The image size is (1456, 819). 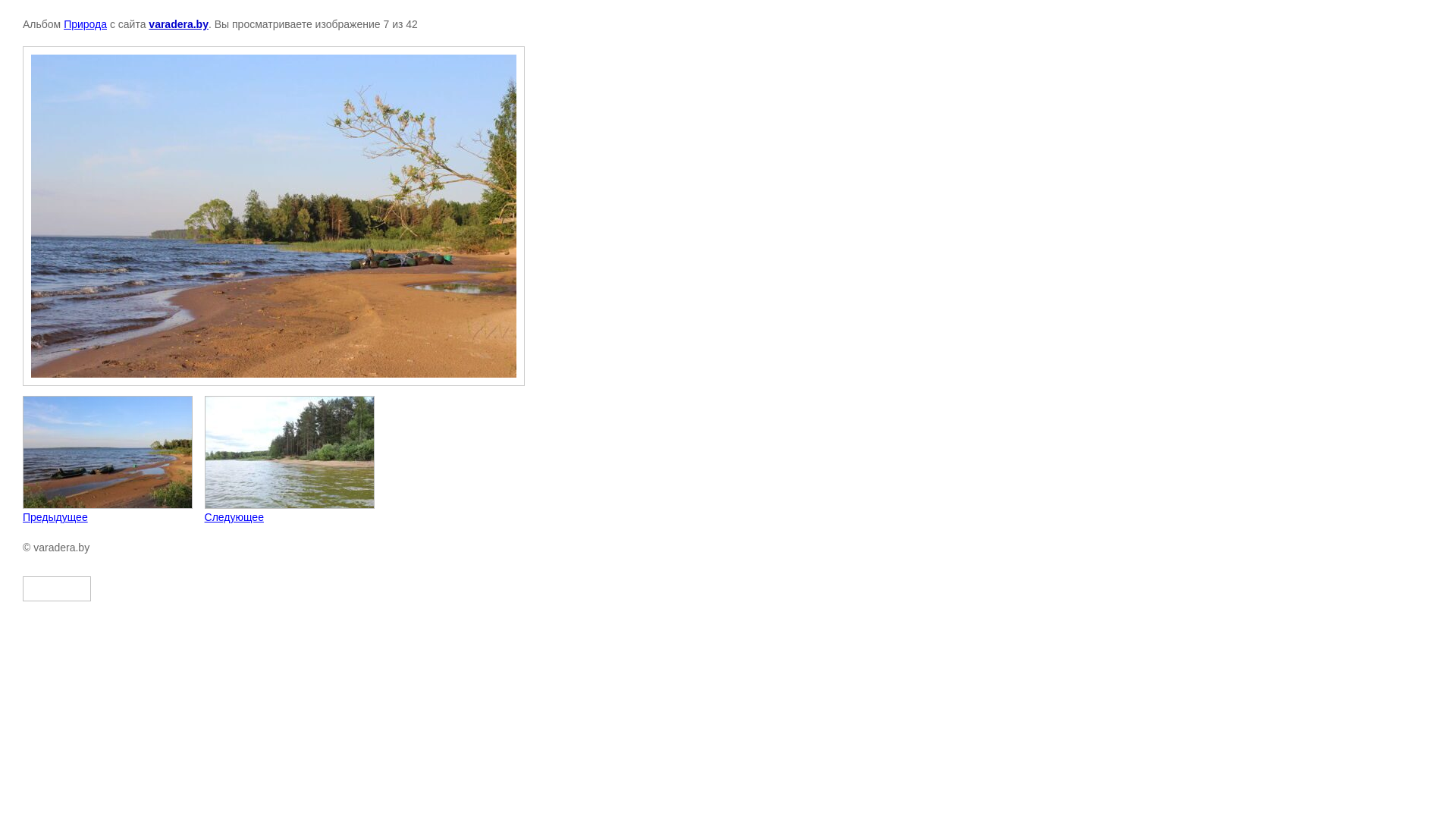 I want to click on 'varadera.by', so click(x=178, y=24).